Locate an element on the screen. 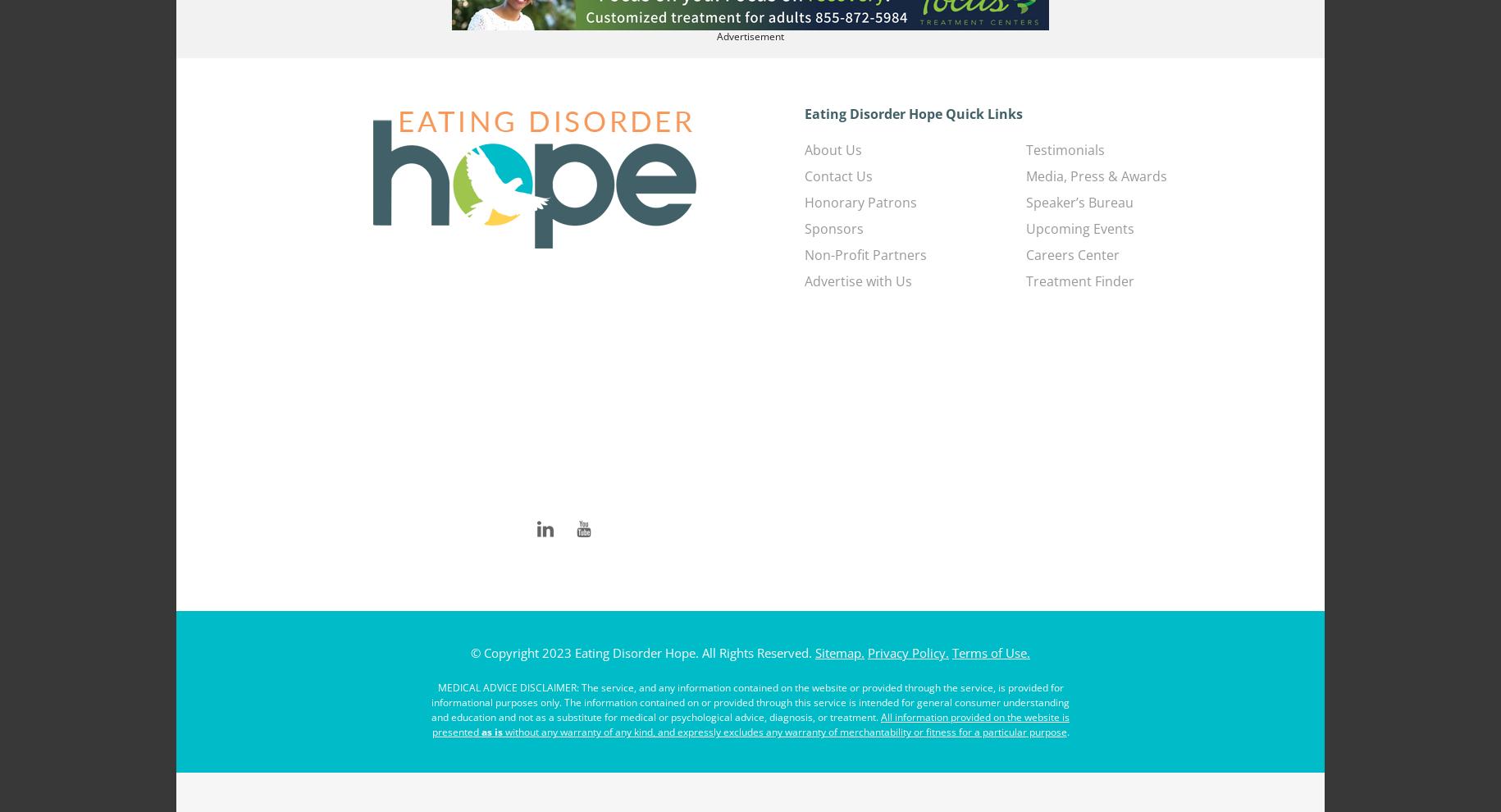 Image resolution: width=1501 pixels, height=812 pixels. 'MEDICAL ADVICE DISCLAIMER: The service, and any information contained on the website or provided through the service, is provided for informational purposes only. The information contained on or provided through this service is intended for general consumer understanding and education and not as a substitute for medical or psychological advice, diagnosis, or treatment.' is located at coordinates (750, 702).